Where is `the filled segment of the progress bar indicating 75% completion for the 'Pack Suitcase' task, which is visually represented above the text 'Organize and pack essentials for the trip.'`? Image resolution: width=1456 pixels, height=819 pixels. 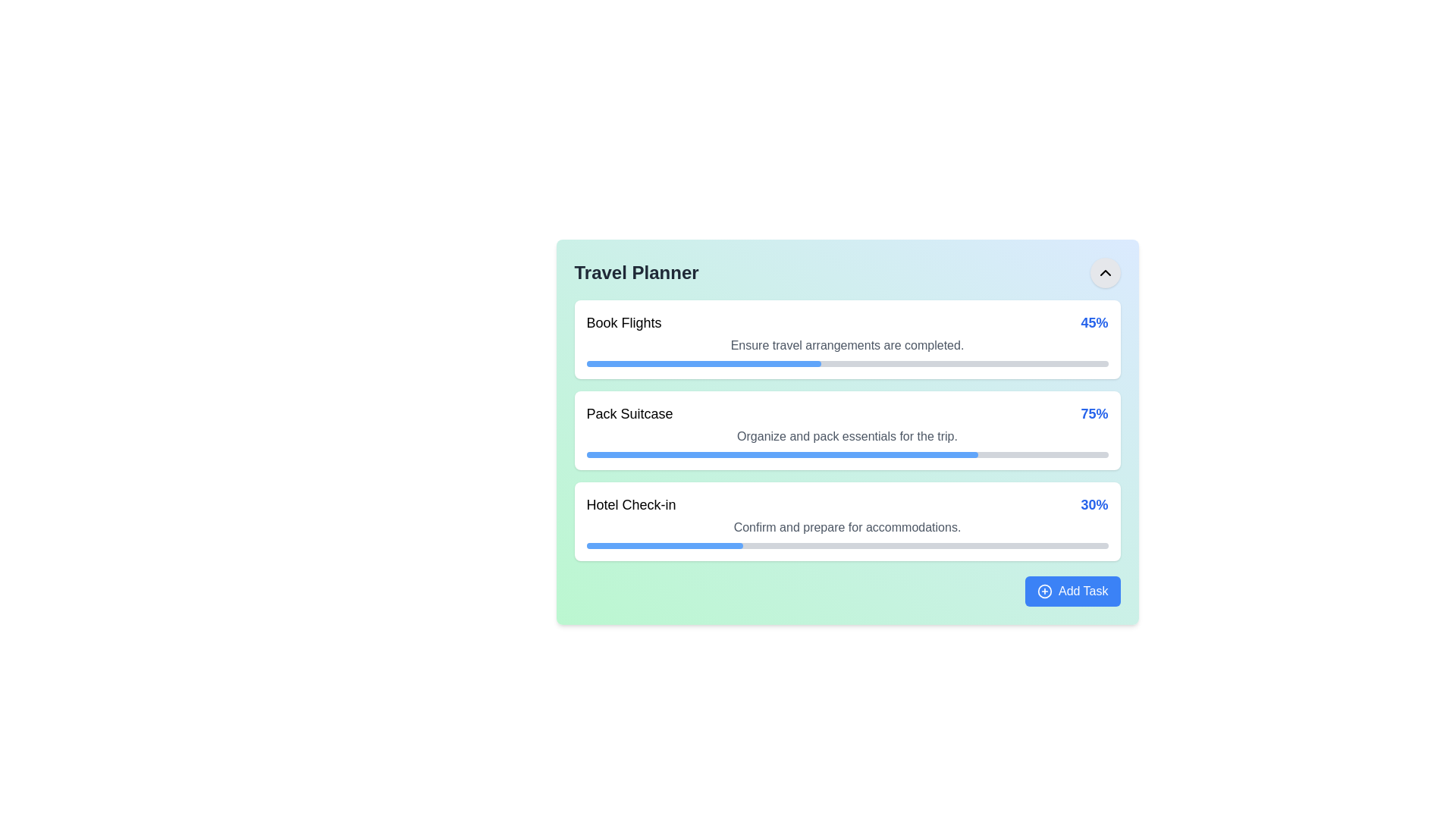 the filled segment of the progress bar indicating 75% completion for the 'Pack Suitcase' task, which is visually represented above the text 'Organize and pack essentials for the trip.' is located at coordinates (782, 454).